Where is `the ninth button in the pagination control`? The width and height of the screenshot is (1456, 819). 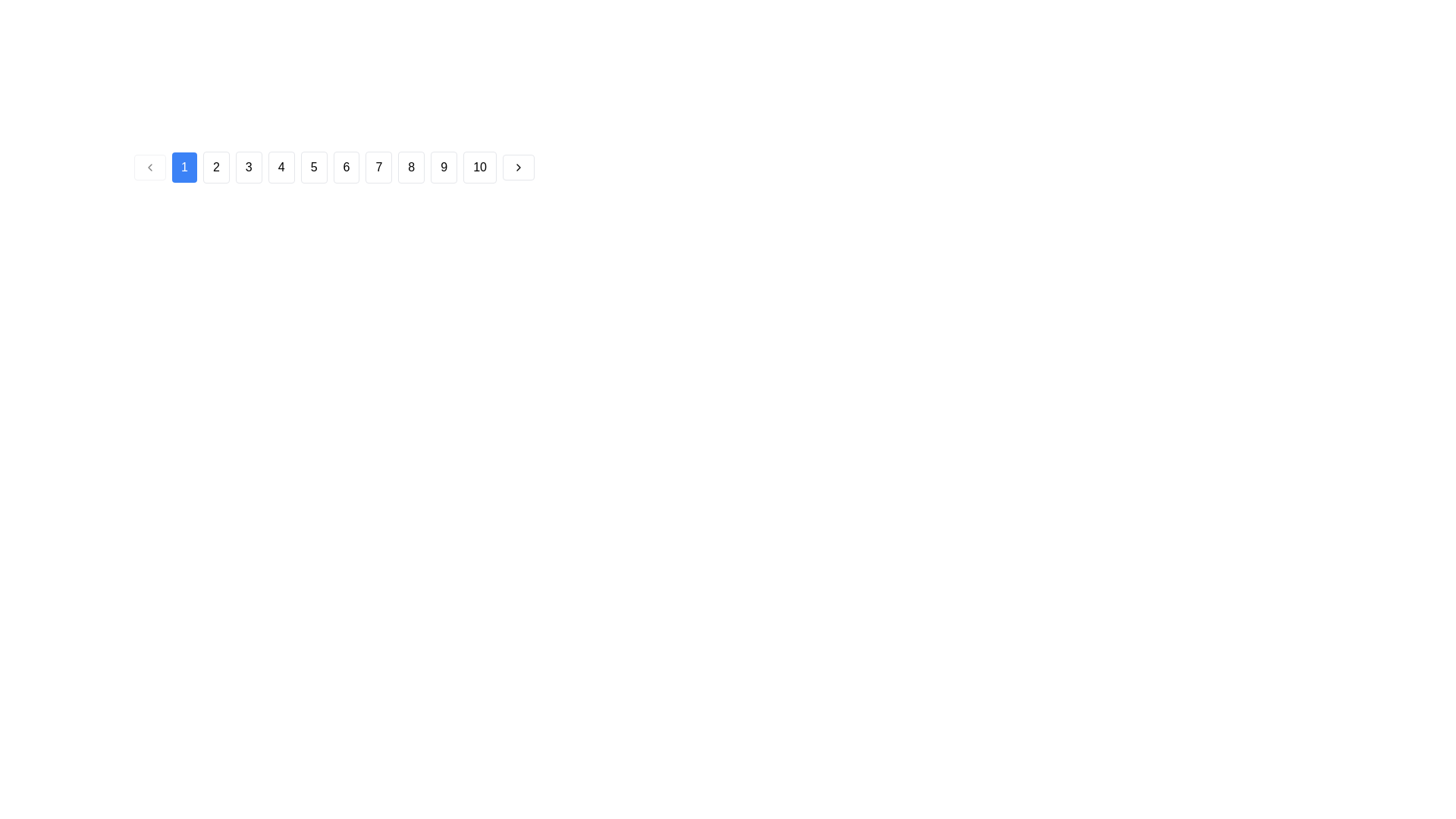 the ninth button in the pagination control is located at coordinates (443, 167).